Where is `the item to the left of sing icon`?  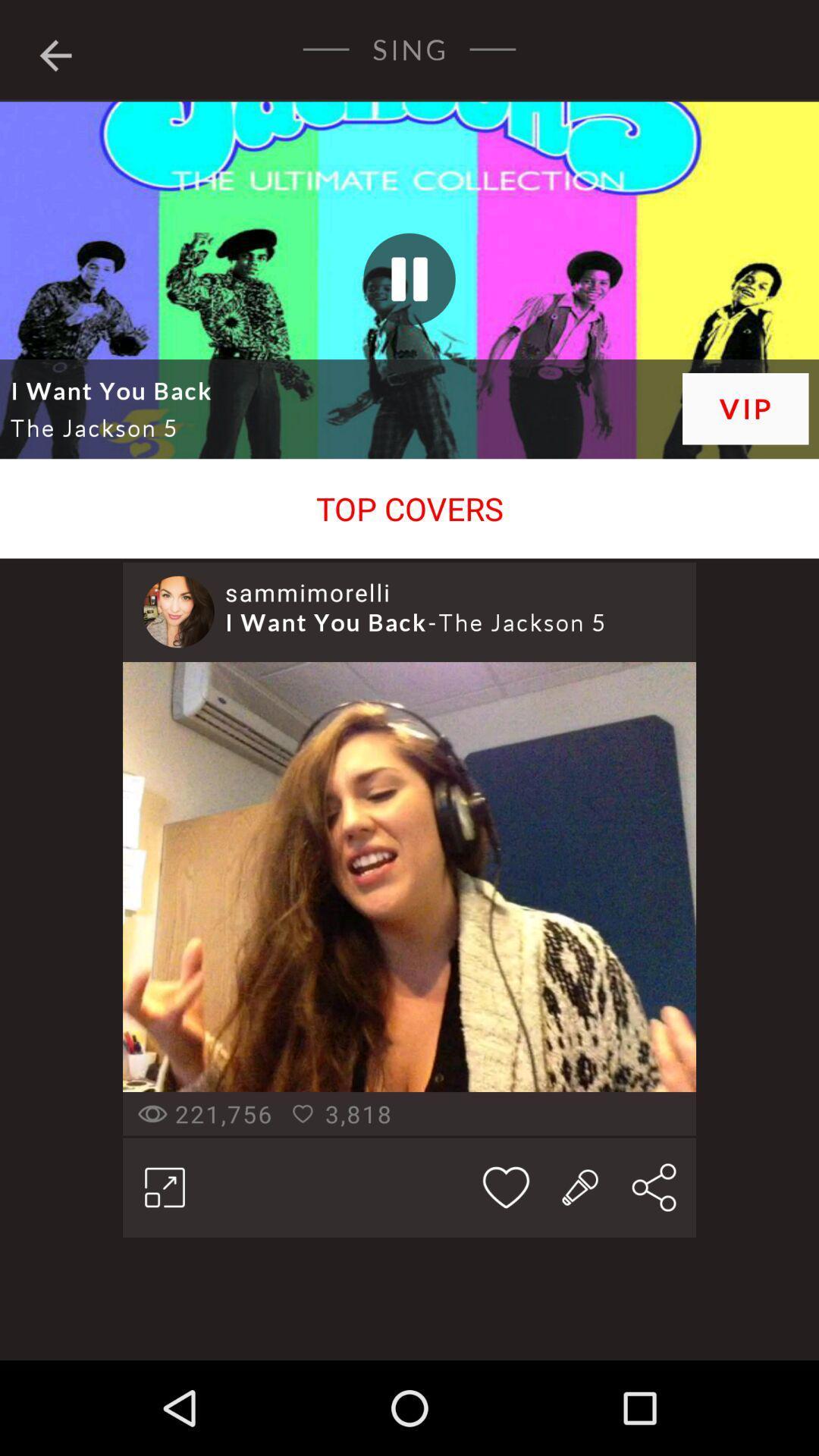
the item to the left of sing icon is located at coordinates (55, 52).